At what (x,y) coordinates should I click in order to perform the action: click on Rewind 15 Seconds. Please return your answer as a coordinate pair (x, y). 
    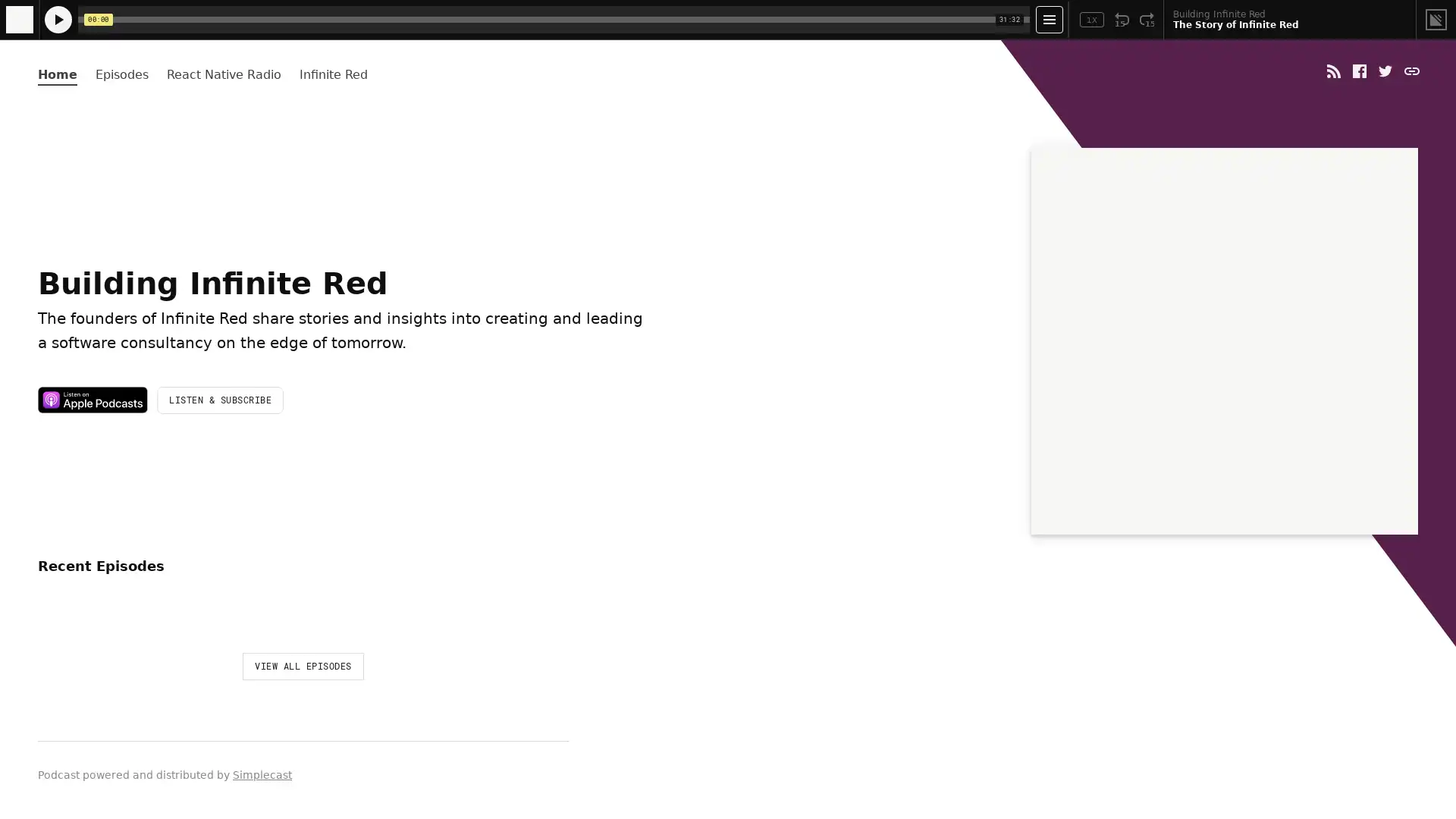
    Looking at the image, I should click on (1122, 20).